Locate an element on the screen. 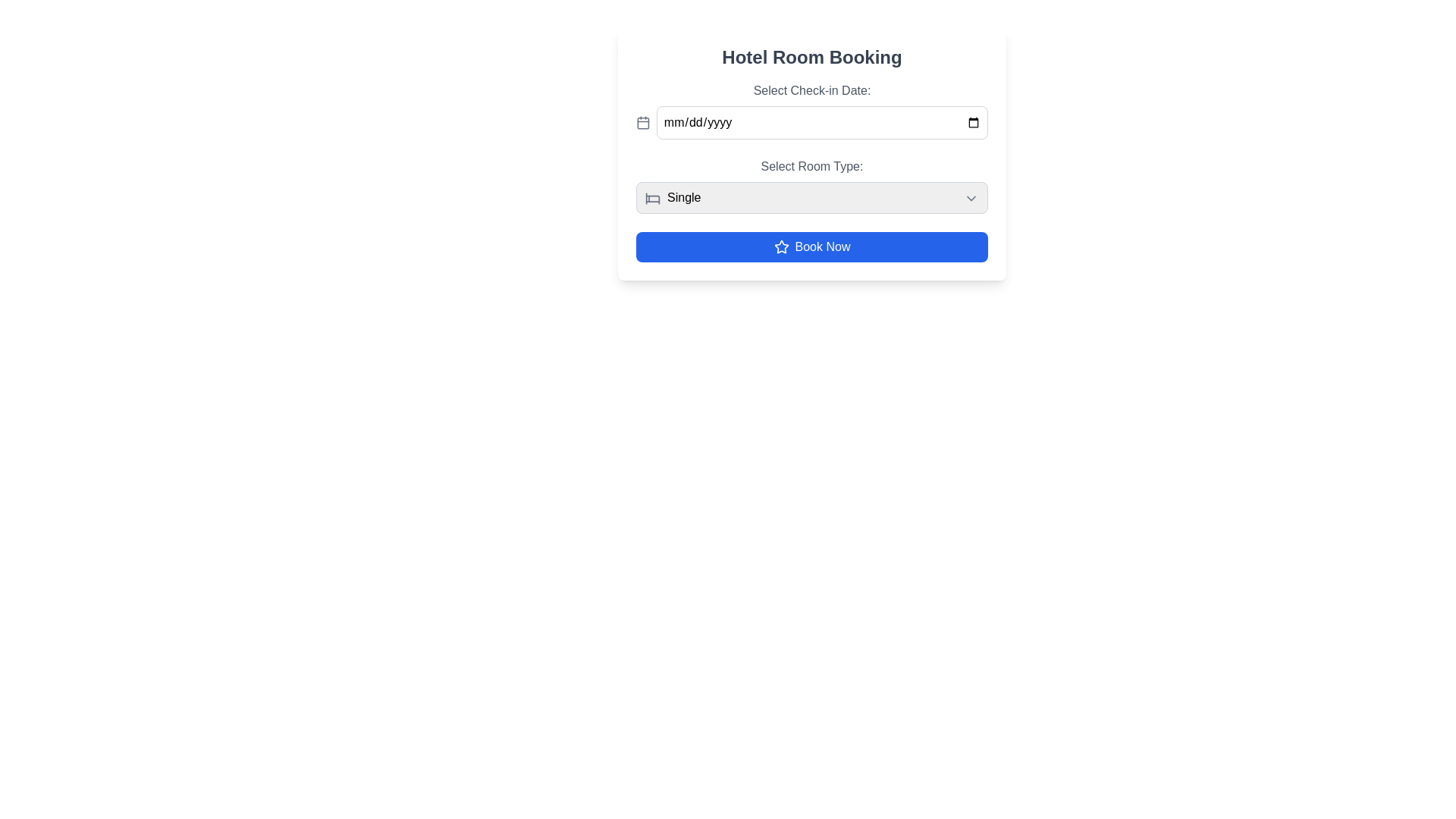 This screenshot has height=819, width=1456. the 'Book Now' button with a bright blue background and rounded corners to initiate the booking process is located at coordinates (811, 246).